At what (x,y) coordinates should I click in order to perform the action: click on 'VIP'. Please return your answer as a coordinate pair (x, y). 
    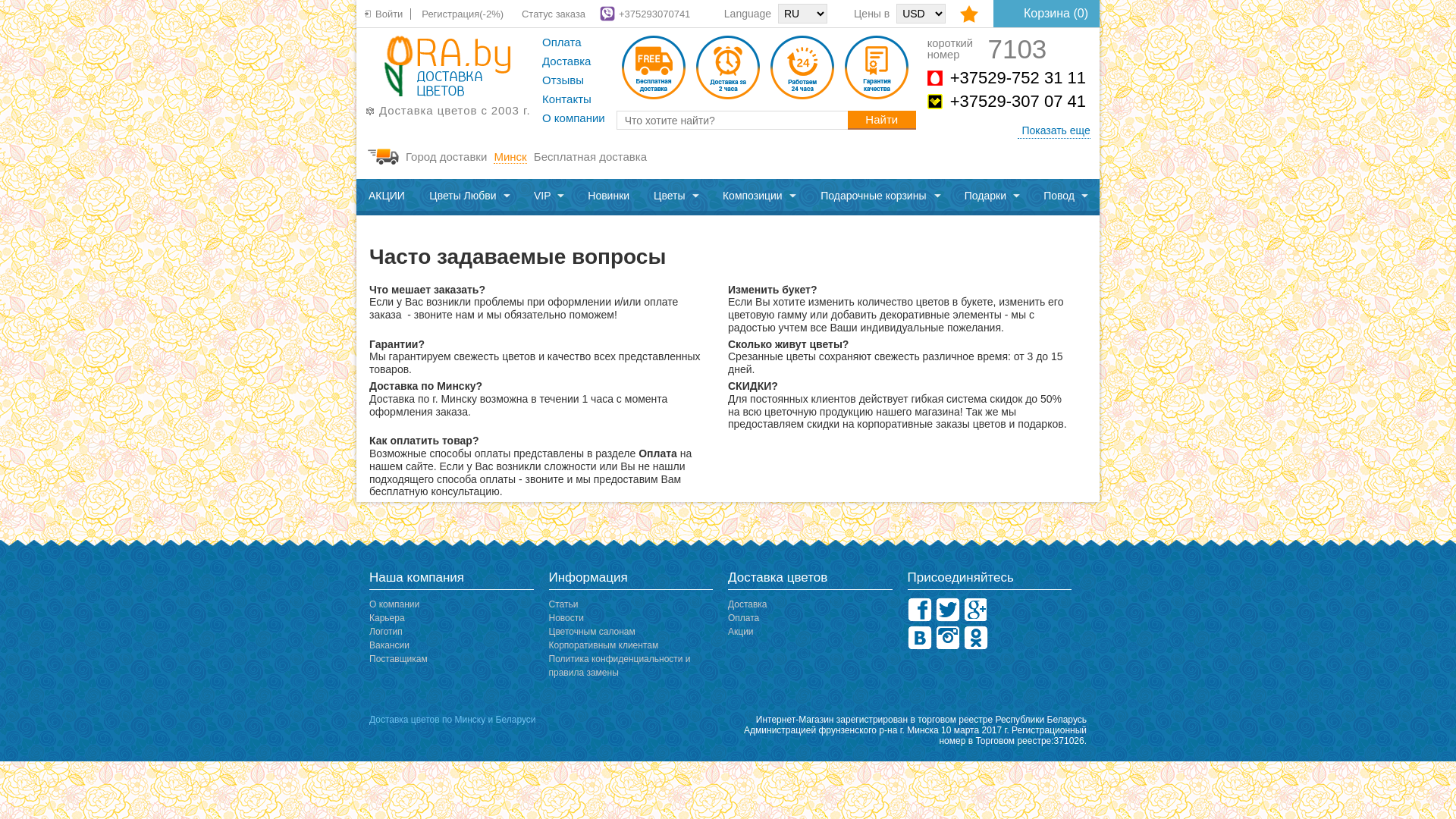
    Looking at the image, I should click on (521, 196).